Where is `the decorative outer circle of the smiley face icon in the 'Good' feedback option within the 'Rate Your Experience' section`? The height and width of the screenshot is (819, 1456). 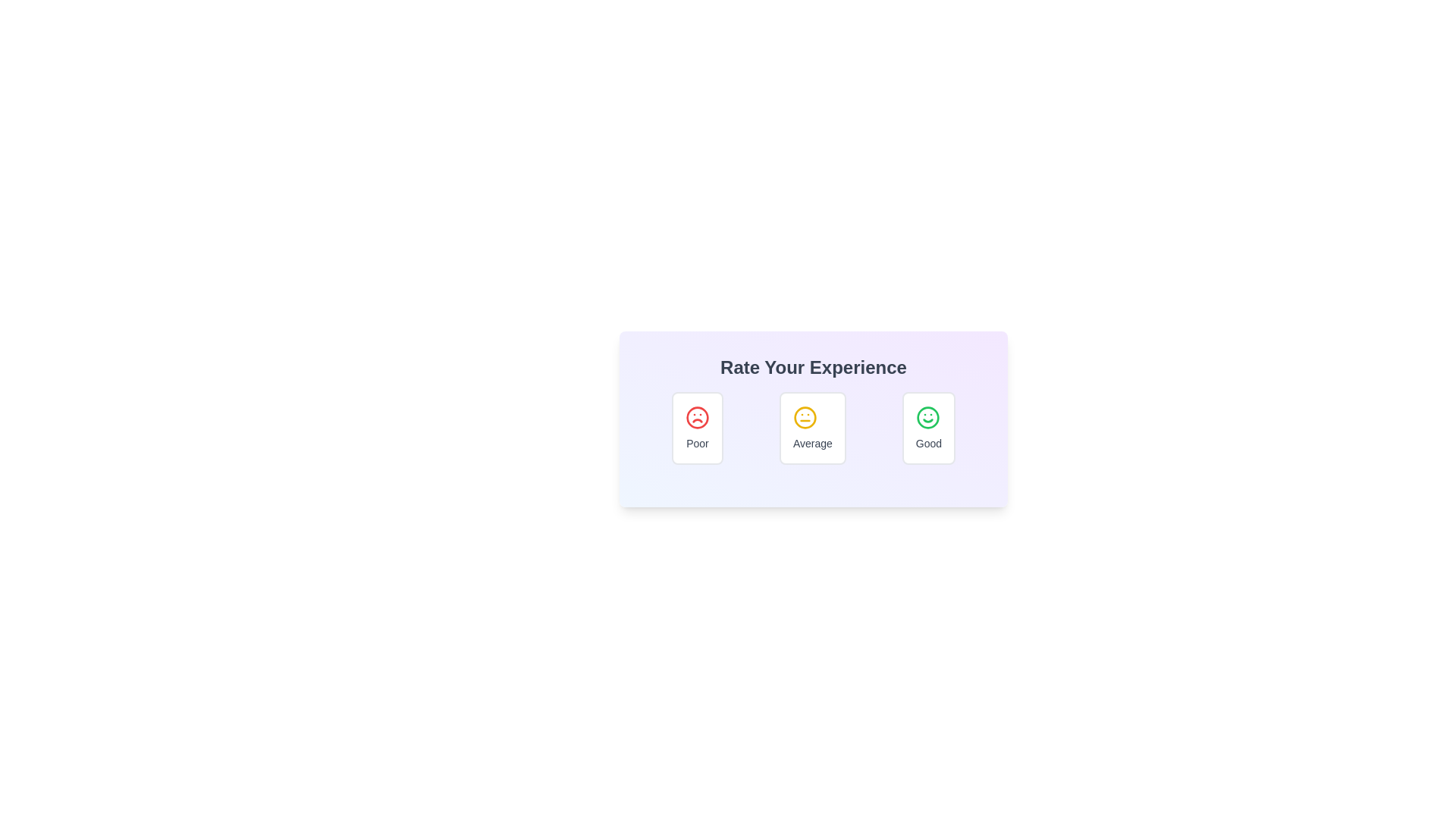
the decorative outer circle of the smiley face icon in the 'Good' feedback option within the 'Rate Your Experience' section is located at coordinates (927, 418).